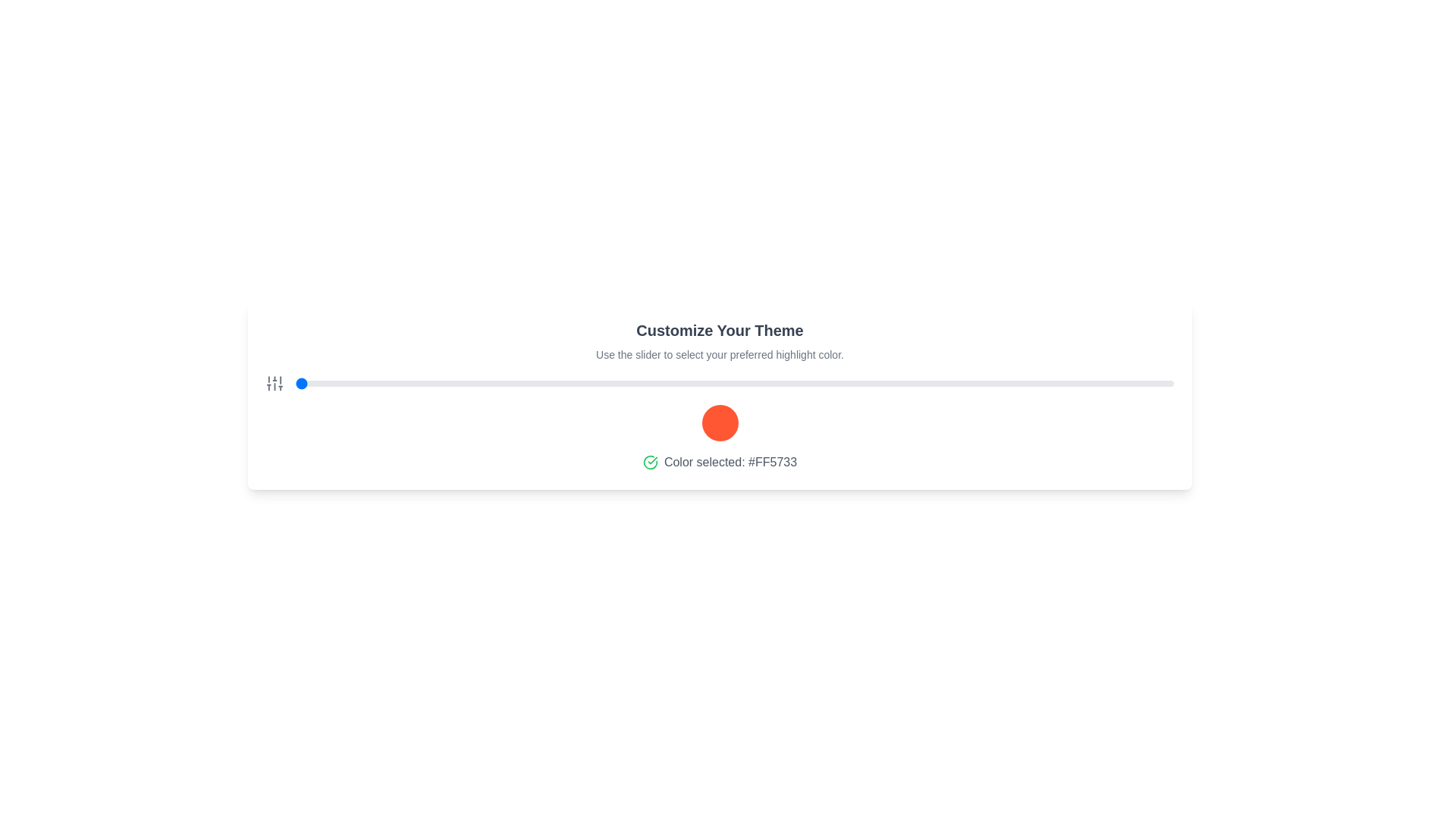  Describe the element at coordinates (275, 382) in the screenshot. I see `the first icon resembling sliders, arranged vertically` at that location.